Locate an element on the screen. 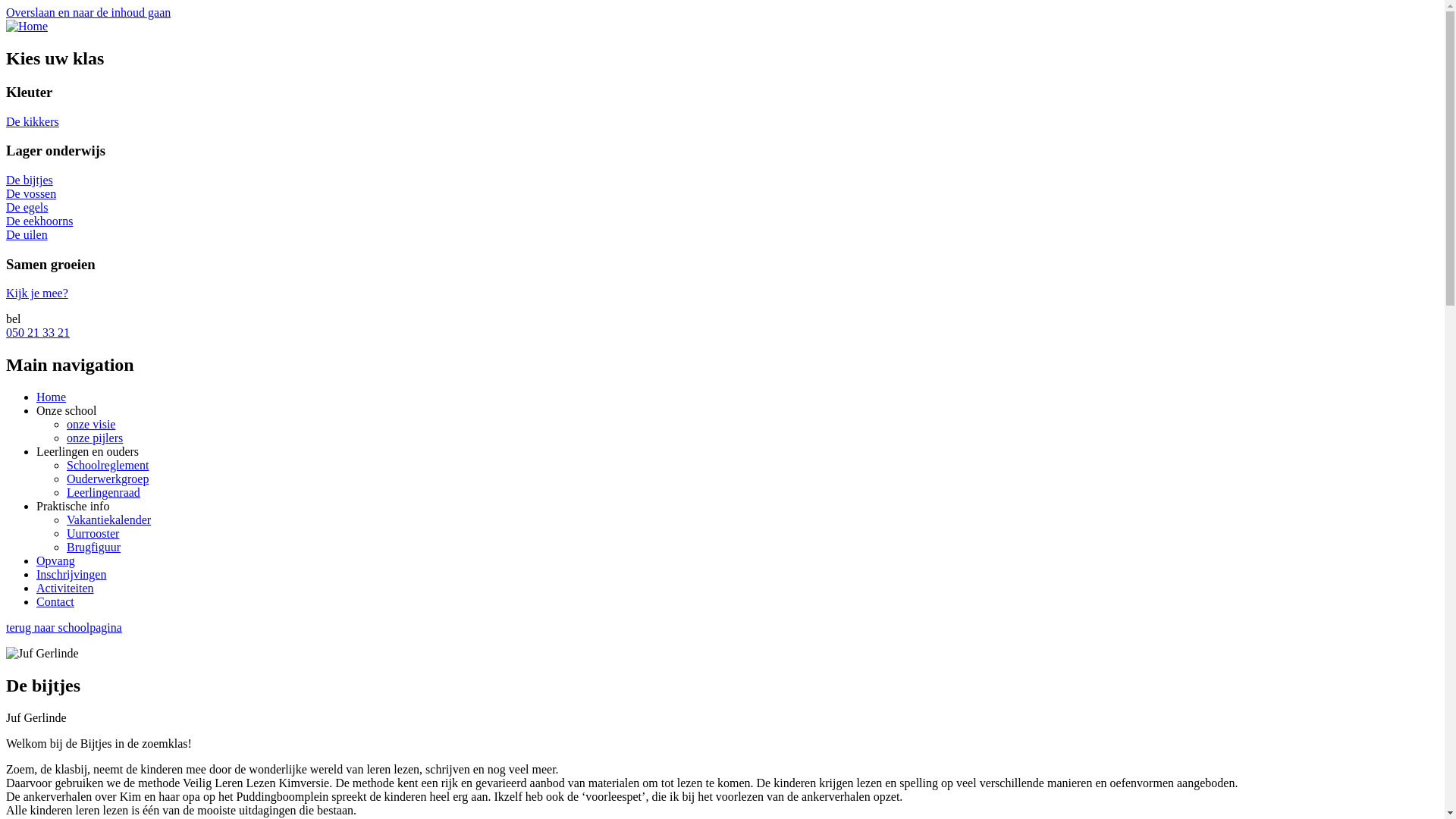 The height and width of the screenshot is (819, 1456). 'De bijtjes' is located at coordinates (29, 179).